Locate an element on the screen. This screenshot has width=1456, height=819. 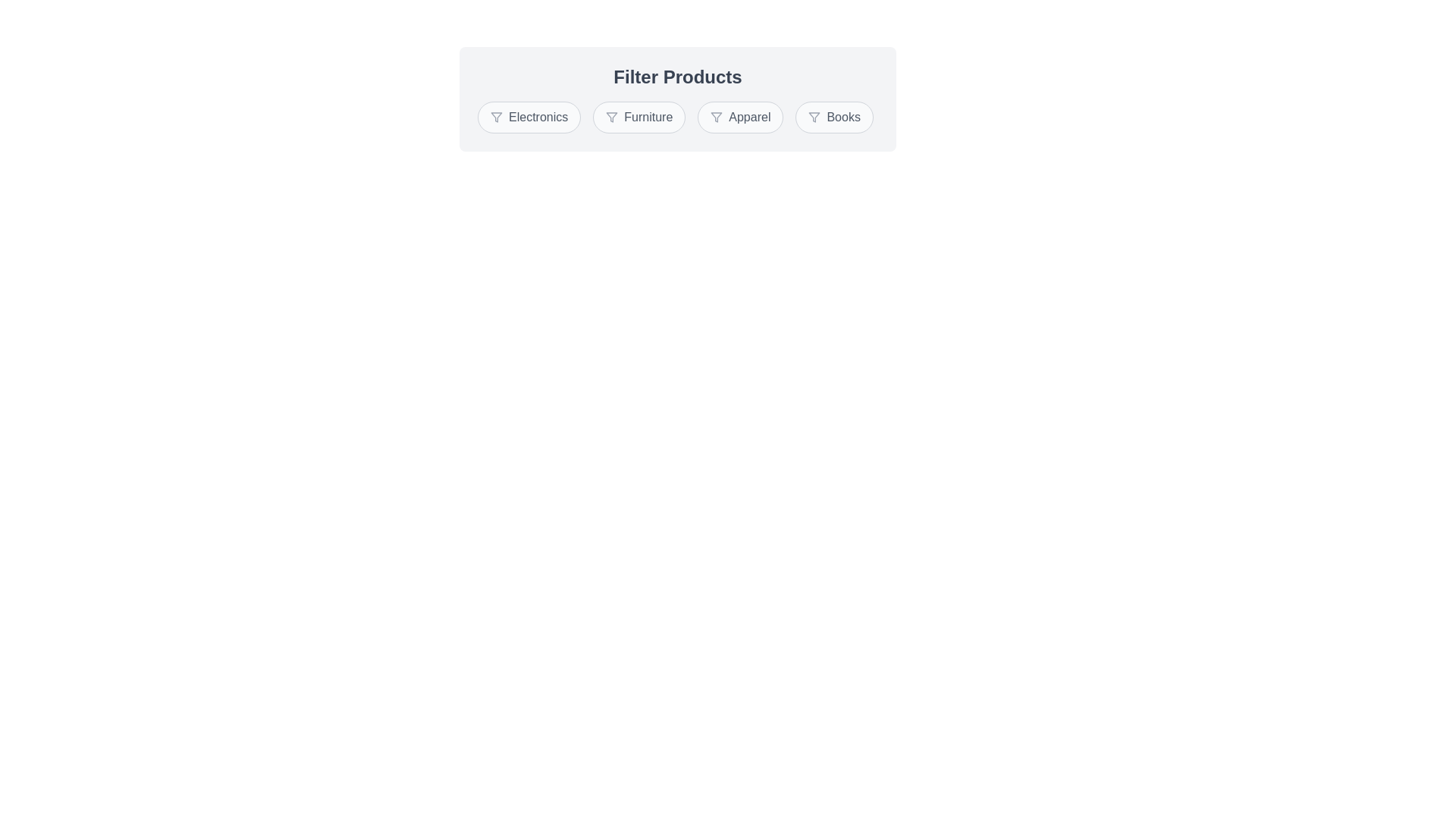
the icon inside the chip labeled Apparel is located at coordinates (716, 116).